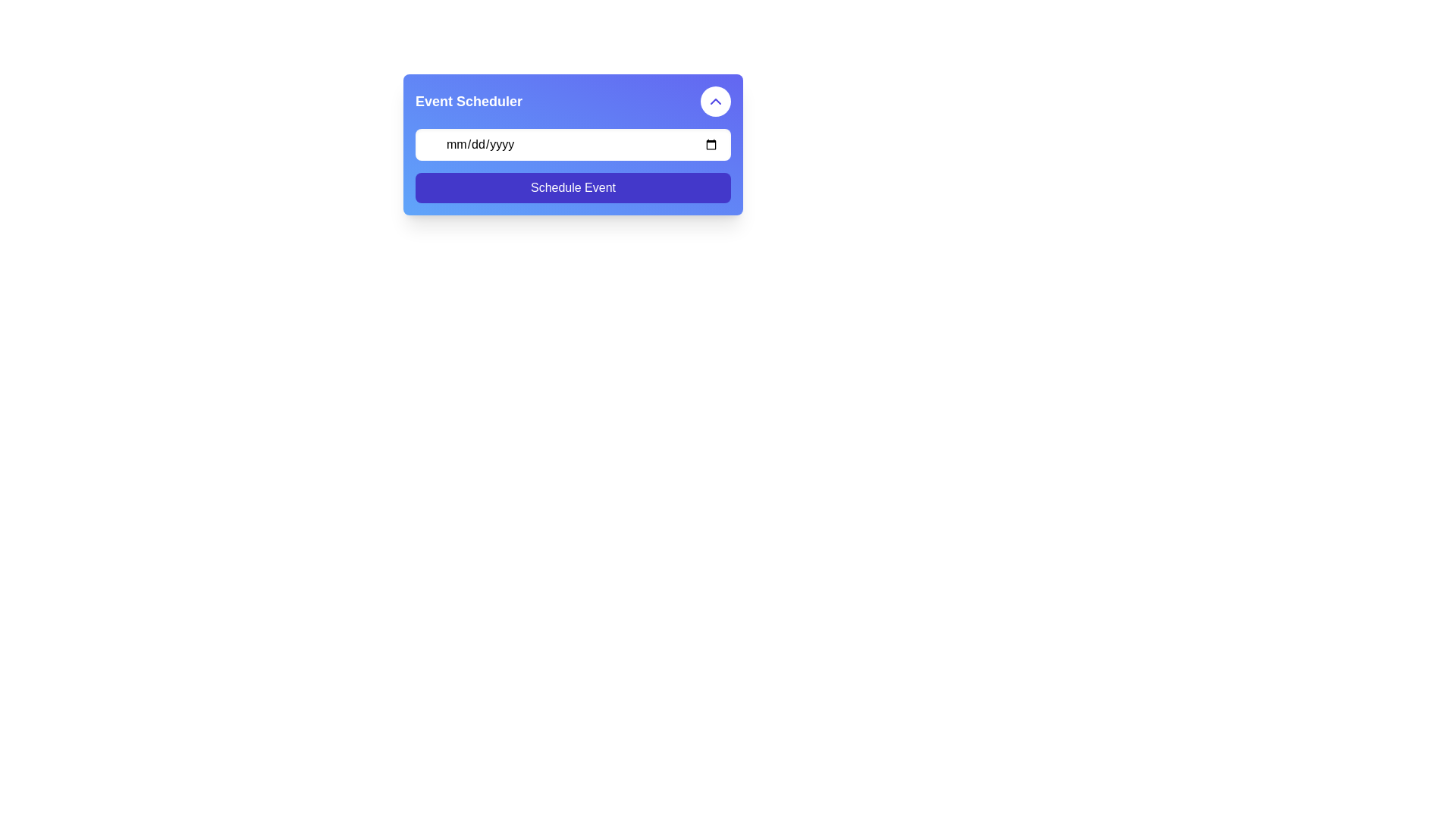  Describe the element at coordinates (572, 187) in the screenshot. I see `the solid indigo button labeled 'Schedule Event'` at that location.